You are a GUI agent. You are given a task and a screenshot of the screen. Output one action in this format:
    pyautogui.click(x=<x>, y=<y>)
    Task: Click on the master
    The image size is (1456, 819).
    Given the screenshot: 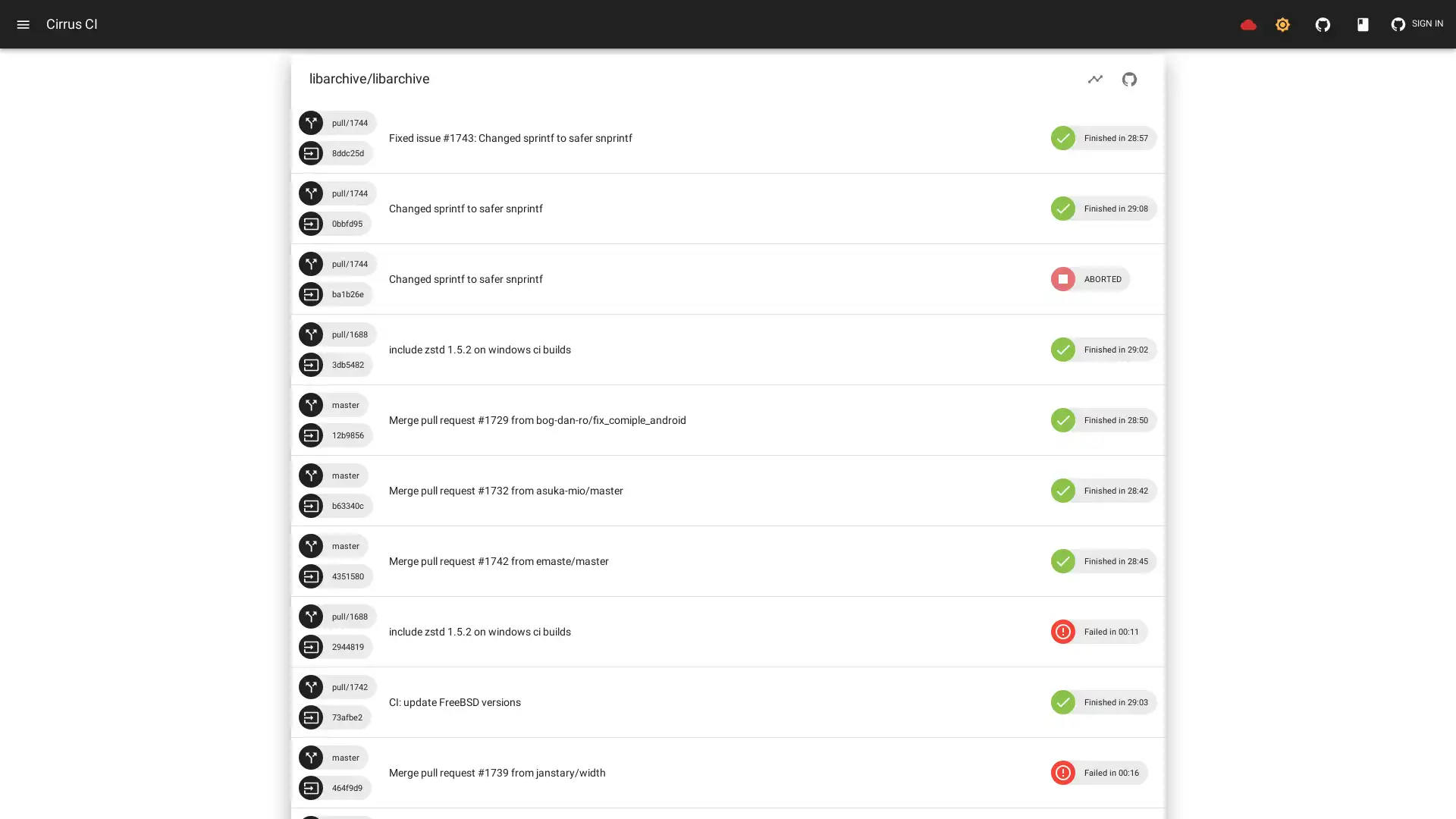 What is the action you would take?
    pyautogui.click(x=333, y=758)
    